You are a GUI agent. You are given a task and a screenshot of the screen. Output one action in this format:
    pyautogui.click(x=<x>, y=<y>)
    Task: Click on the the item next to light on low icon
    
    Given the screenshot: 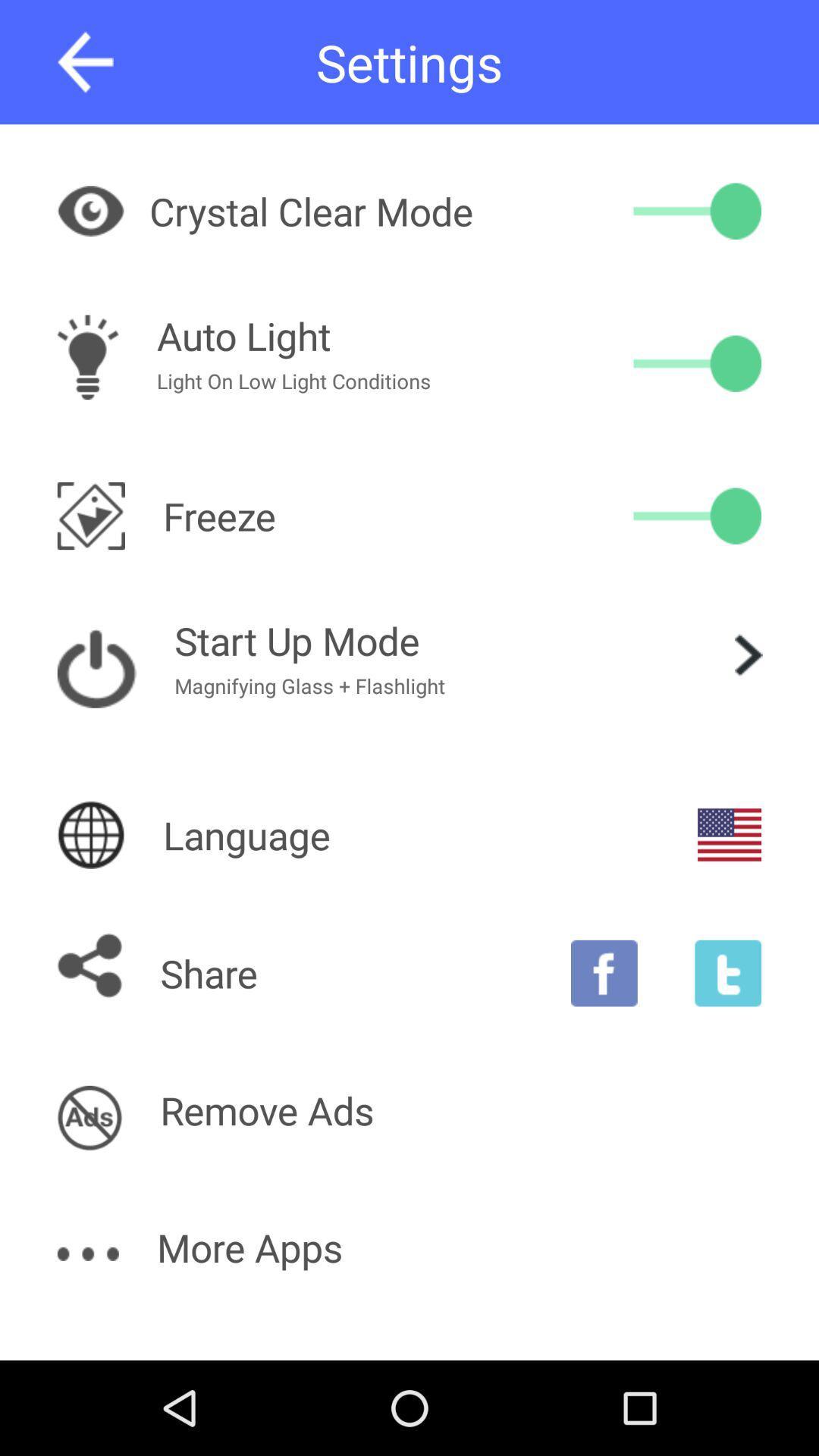 What is the action you would take?
    pyautogui.click(x=697, y=362)
    